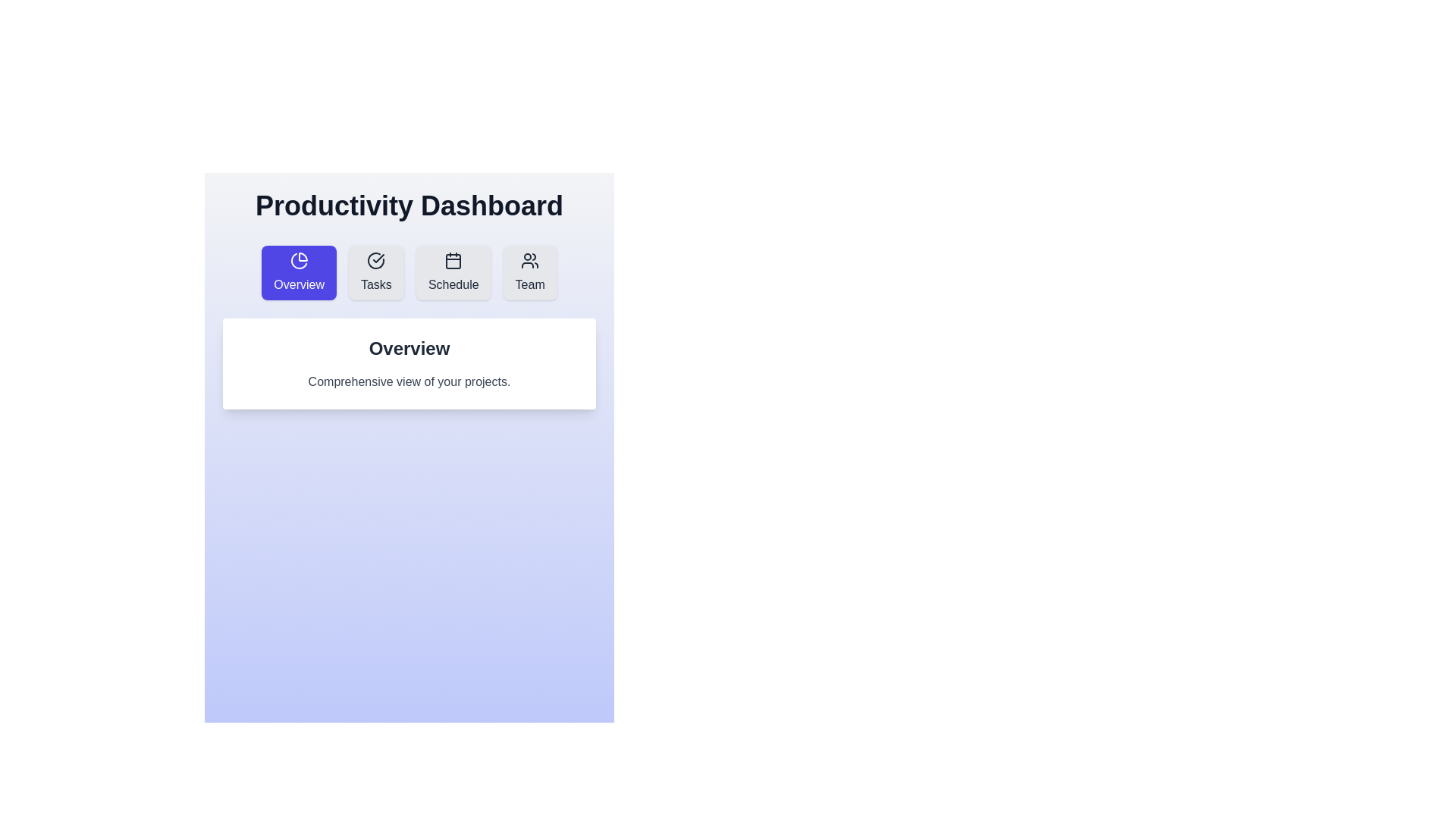 The image size is (1456, 819). I want to click on the tab button labeled Schedule to switch to its view, so click(453, 271).